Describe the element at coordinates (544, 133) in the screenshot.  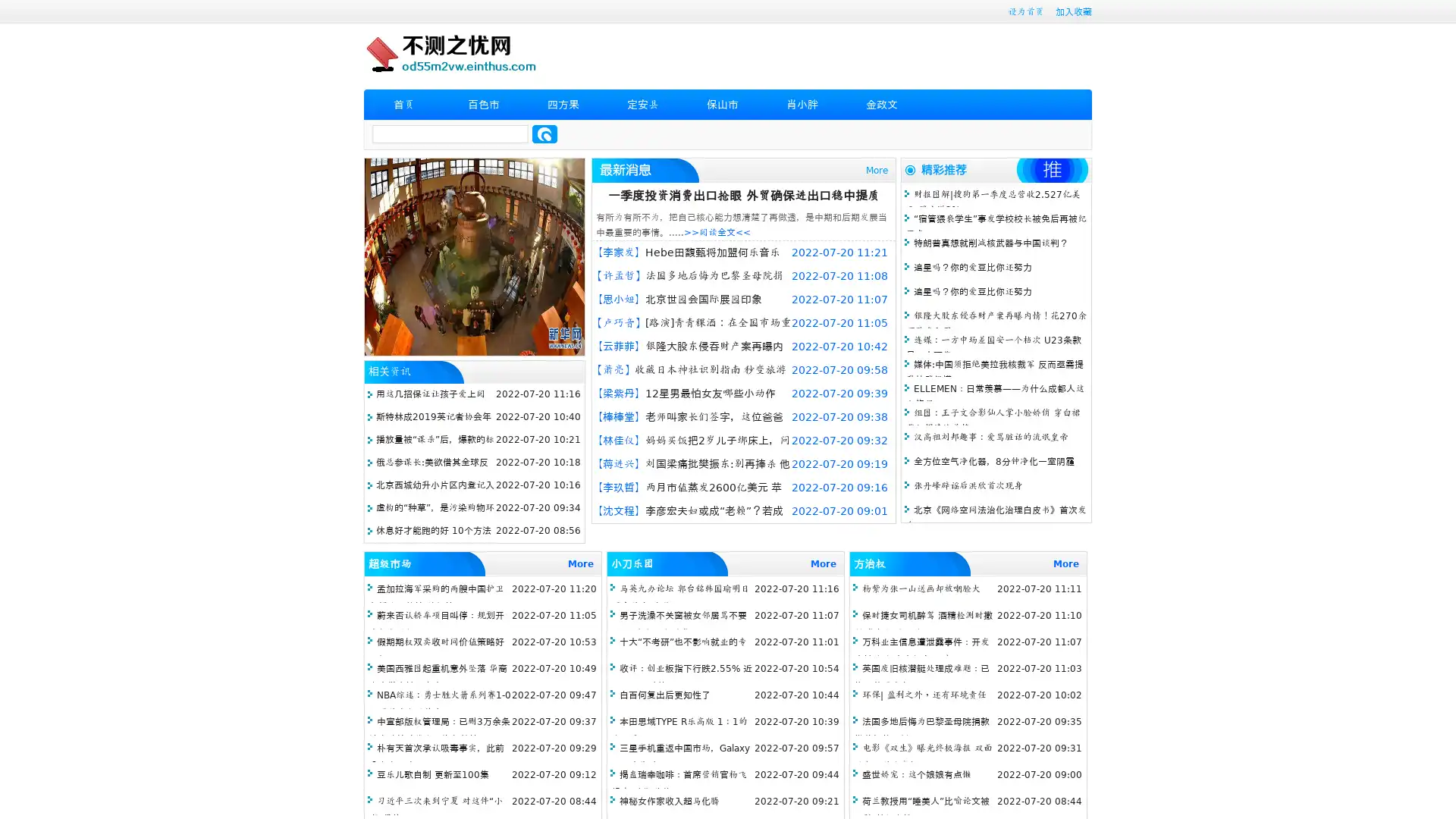
I see `Search` at that location.